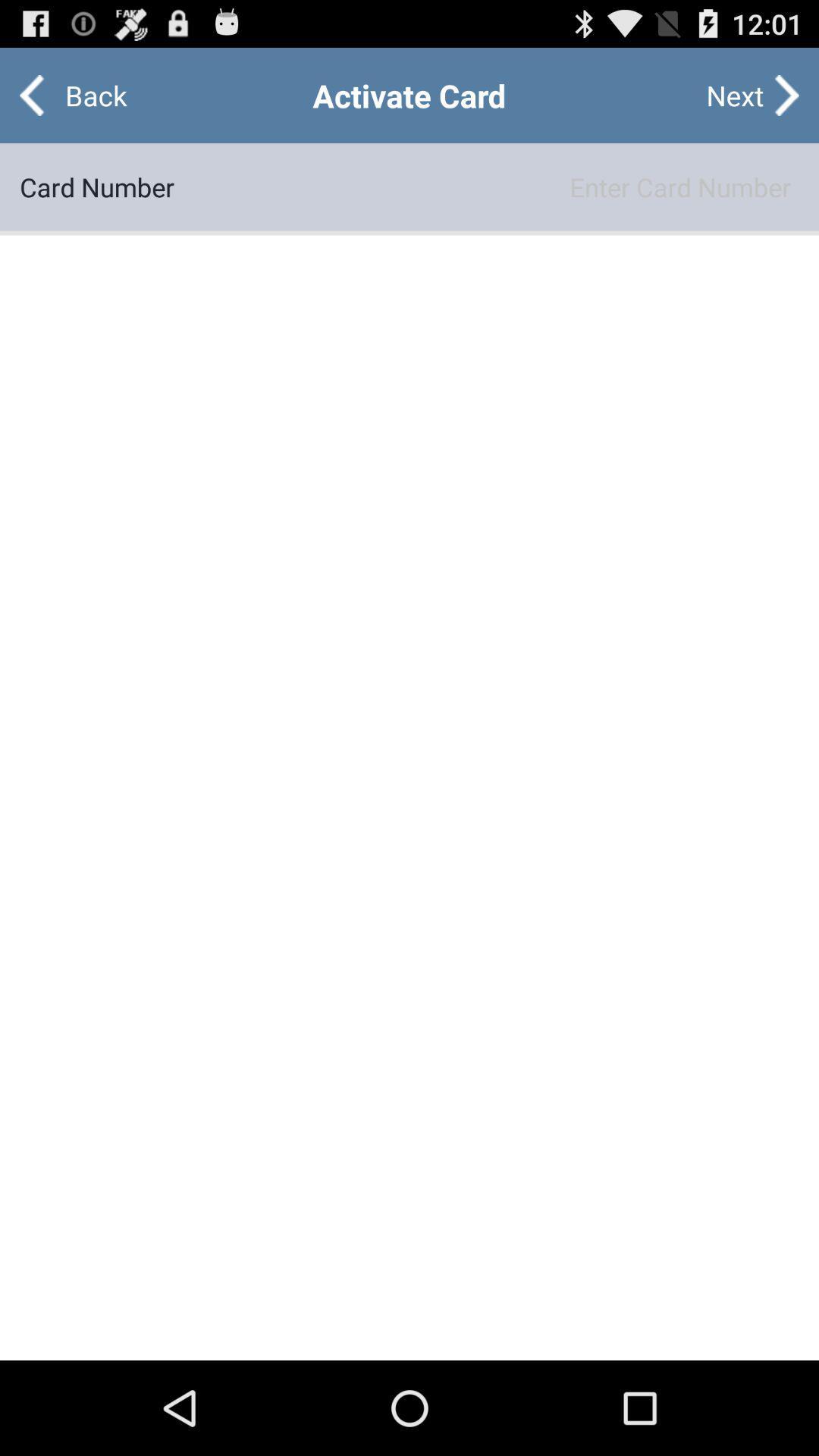  Describe the element at coordinates (83, 94) in the screenshot. I see `the app above card number item` at that location.